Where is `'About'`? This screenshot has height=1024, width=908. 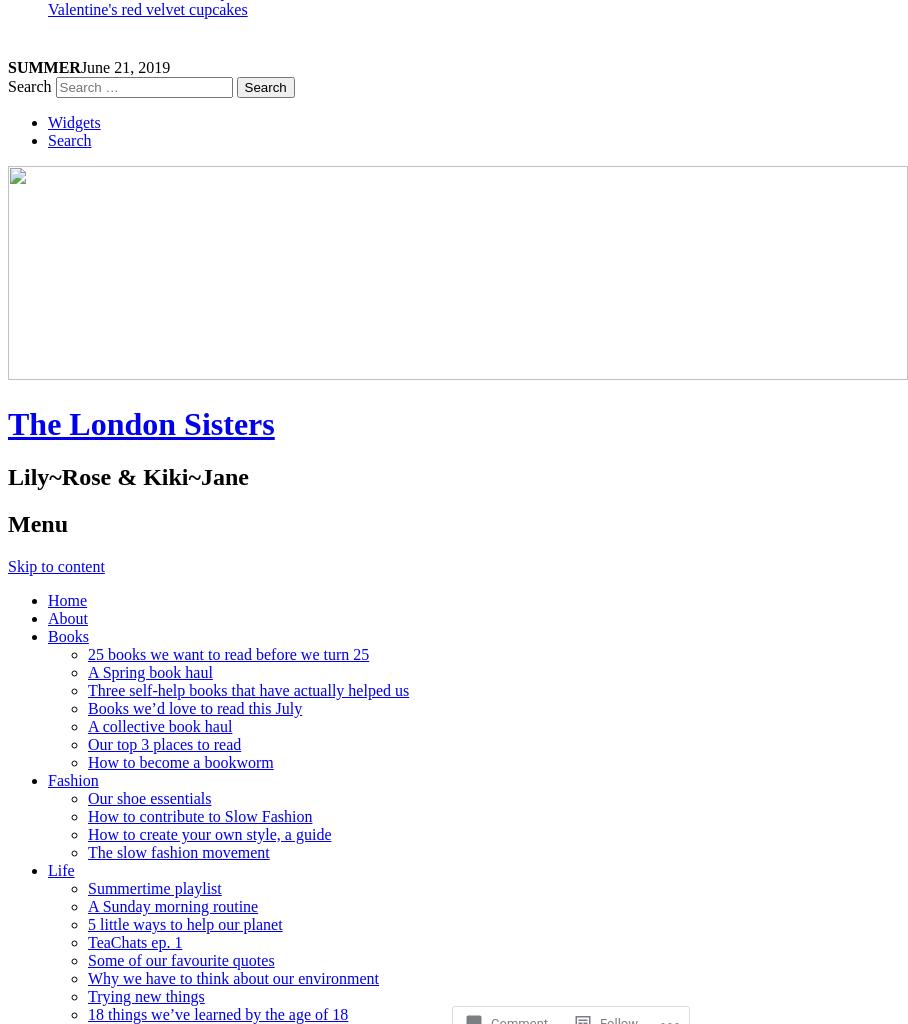
'About' is located at coordinates (68, 618).